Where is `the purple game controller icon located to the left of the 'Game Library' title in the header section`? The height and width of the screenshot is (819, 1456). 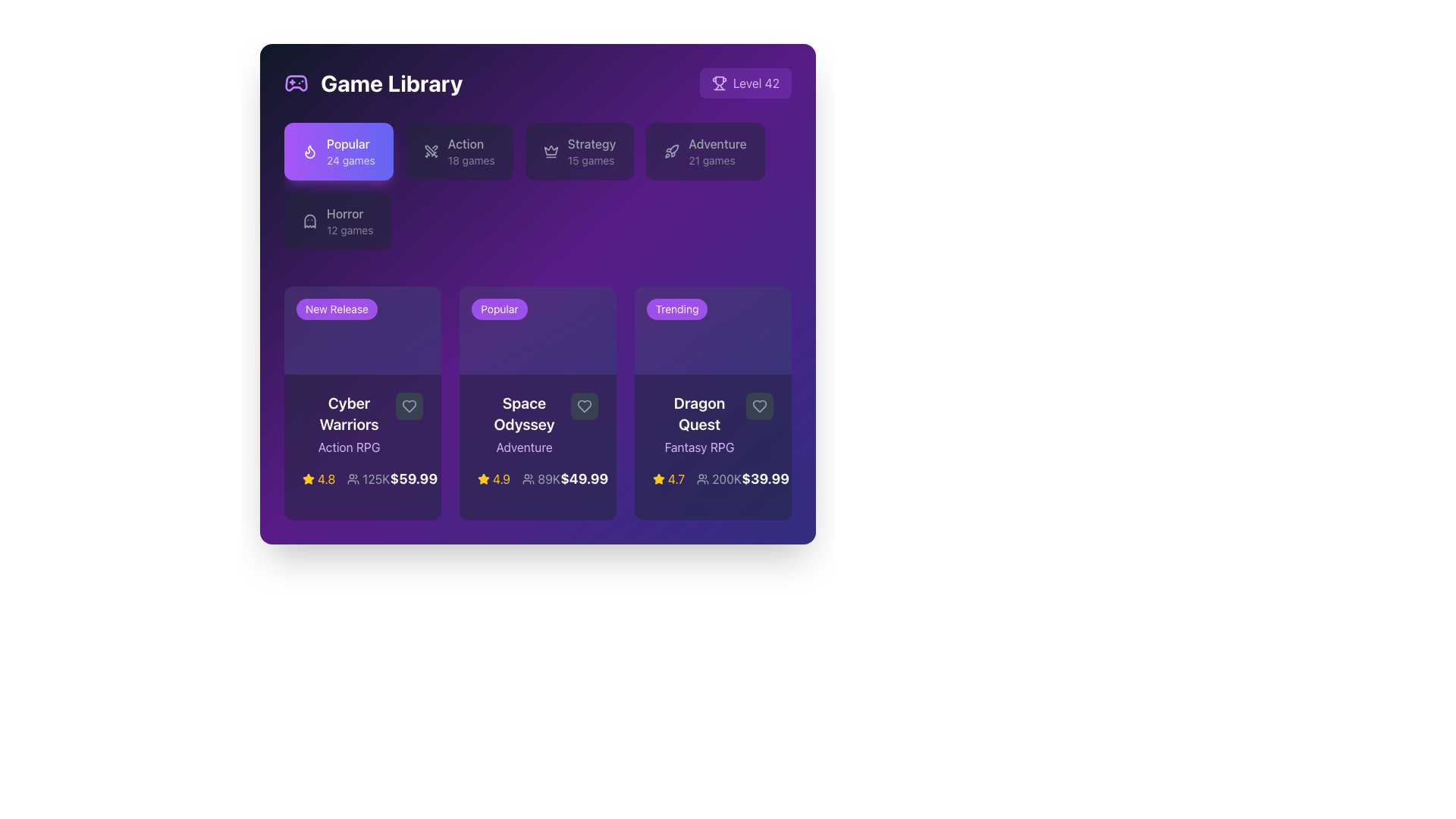 the purple game controller icon located to the left of the 'Game Library' title in the header section is located at coordinates (296, 83).